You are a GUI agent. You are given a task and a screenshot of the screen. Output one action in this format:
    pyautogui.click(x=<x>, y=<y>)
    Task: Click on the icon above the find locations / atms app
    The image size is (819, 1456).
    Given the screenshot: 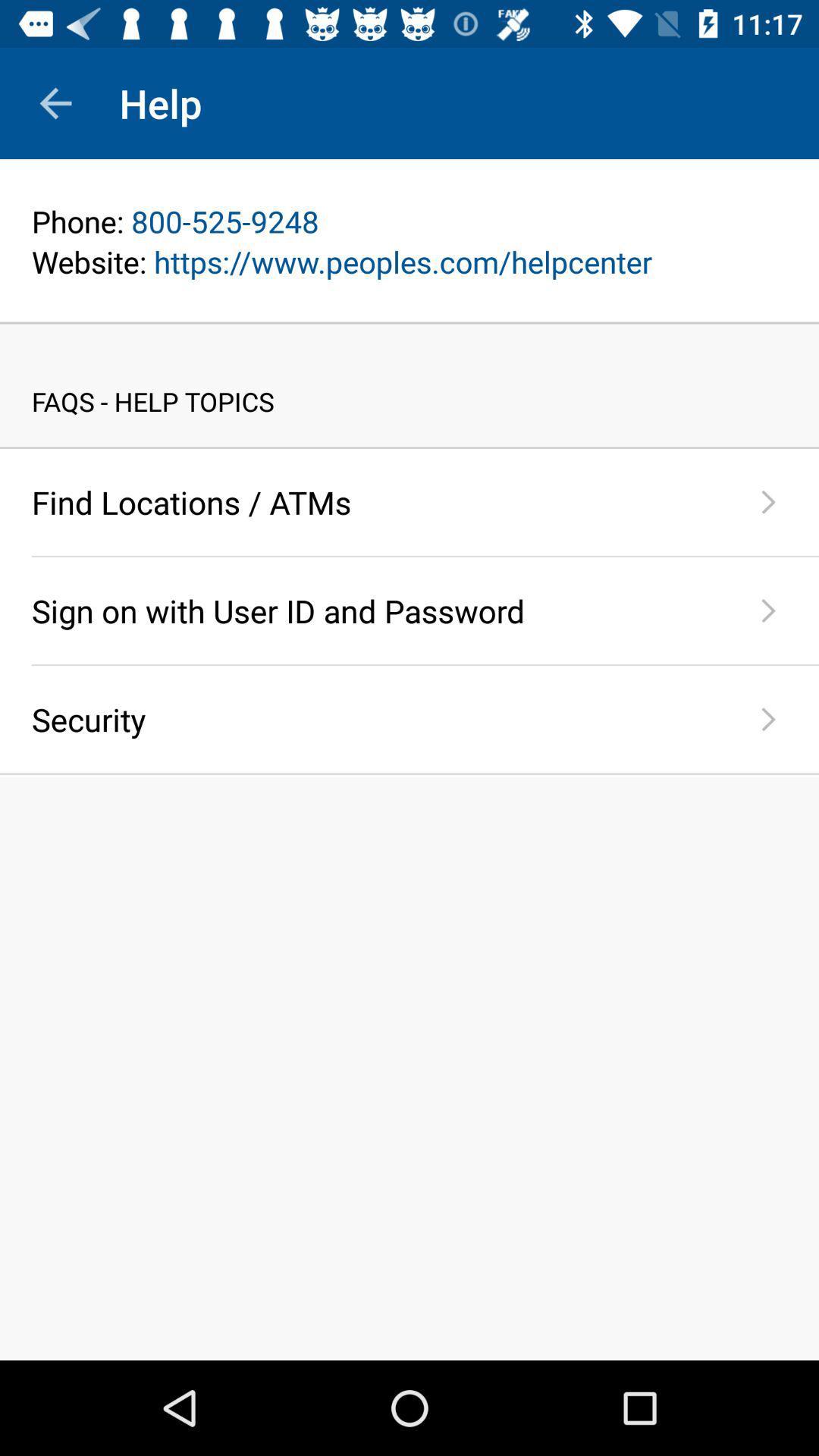 What is the action you would take?
    pyautogui.click(x=409, y=447)
    